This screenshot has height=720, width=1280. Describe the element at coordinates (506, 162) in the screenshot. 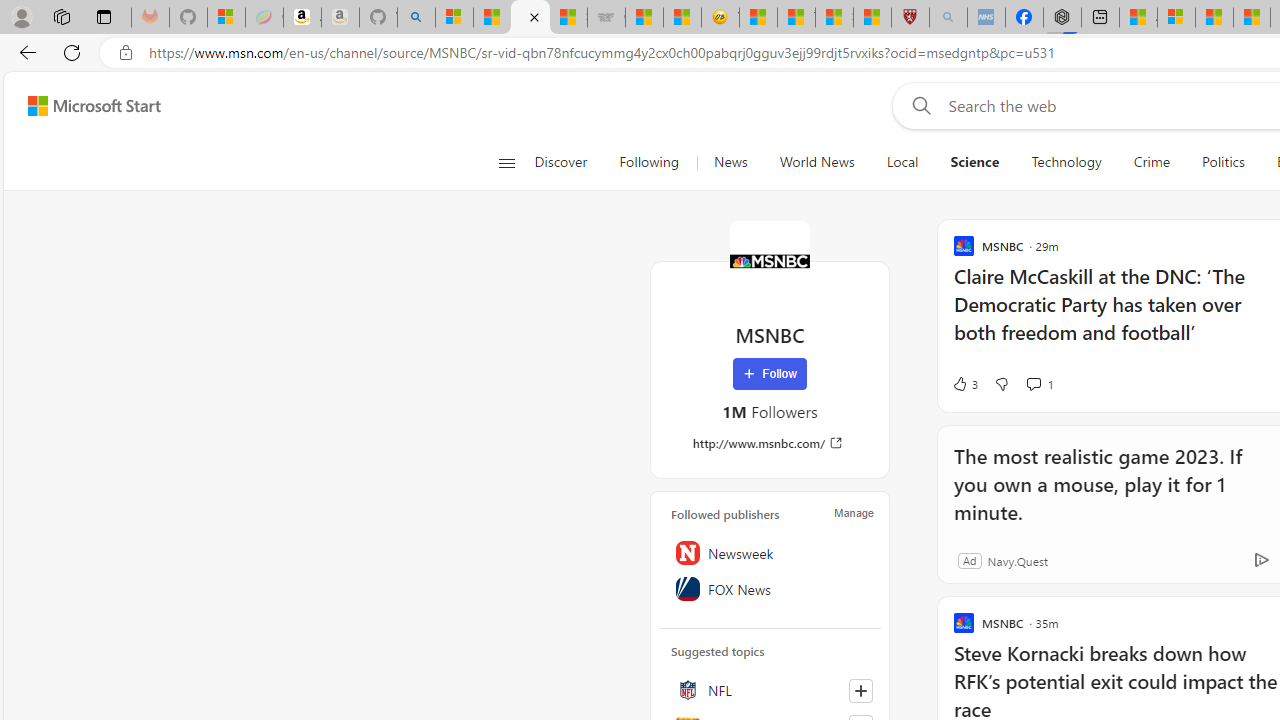

I see `'Open navigation menu'` at that location.